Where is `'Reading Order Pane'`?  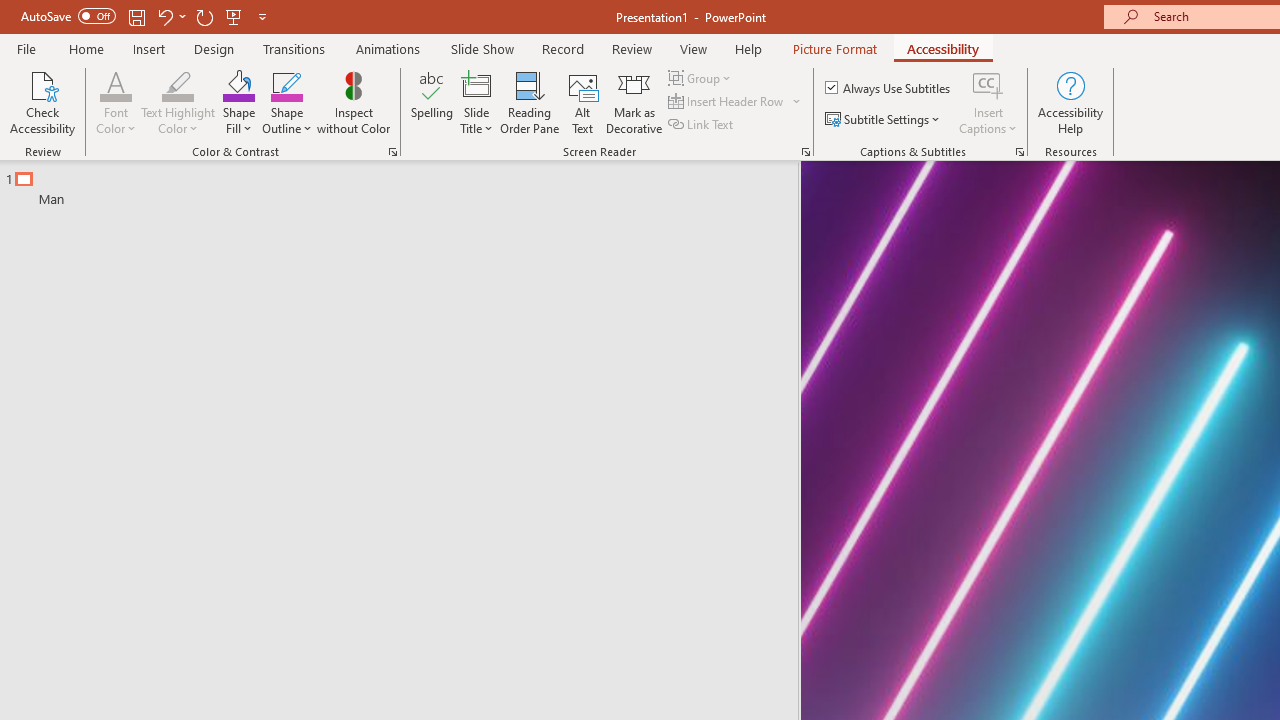 'Reading Order Pane' is located at coordinates (529, 103).